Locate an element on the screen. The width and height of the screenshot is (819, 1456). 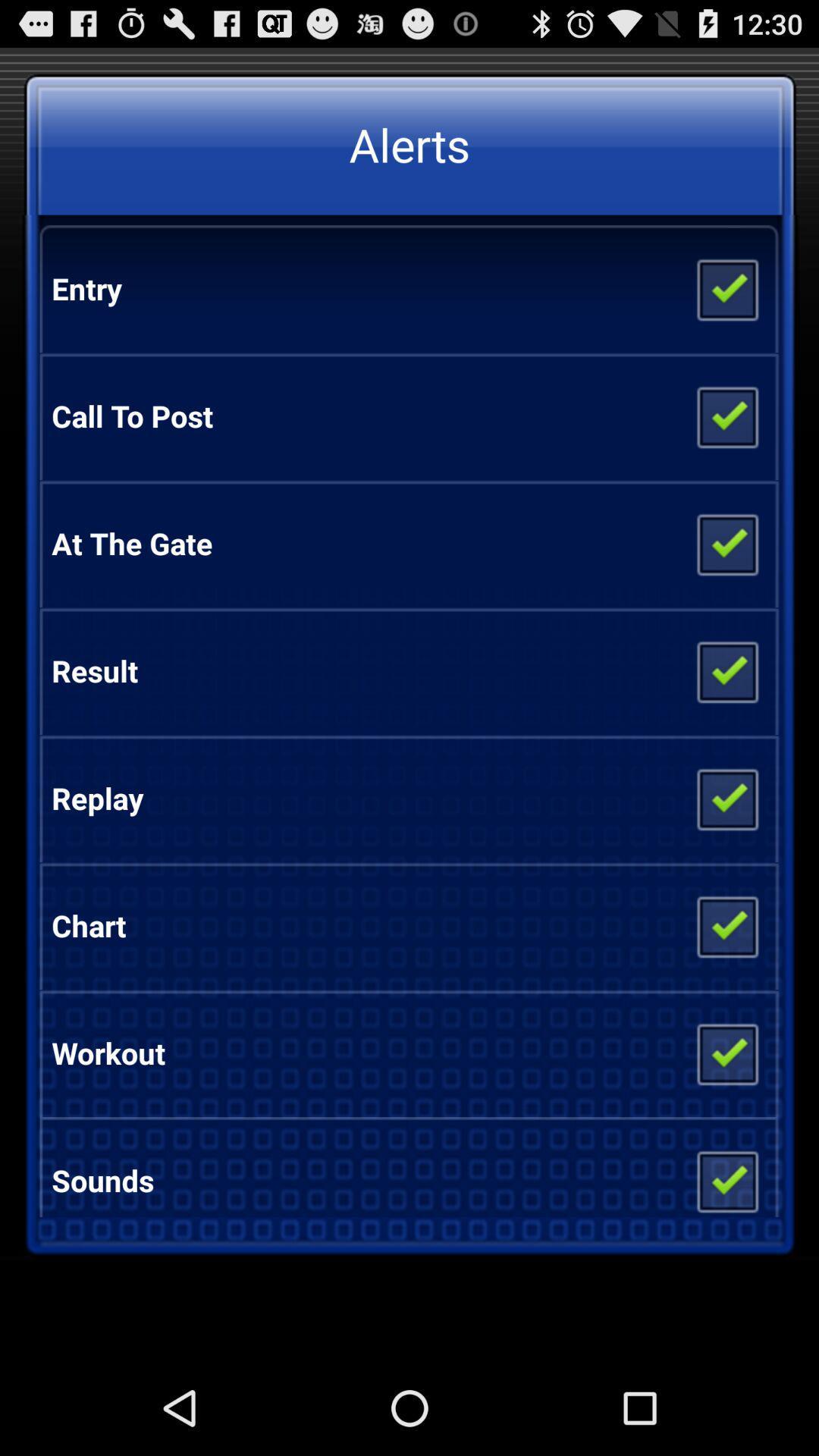
icon next to result is located at coordinates (726, 670).